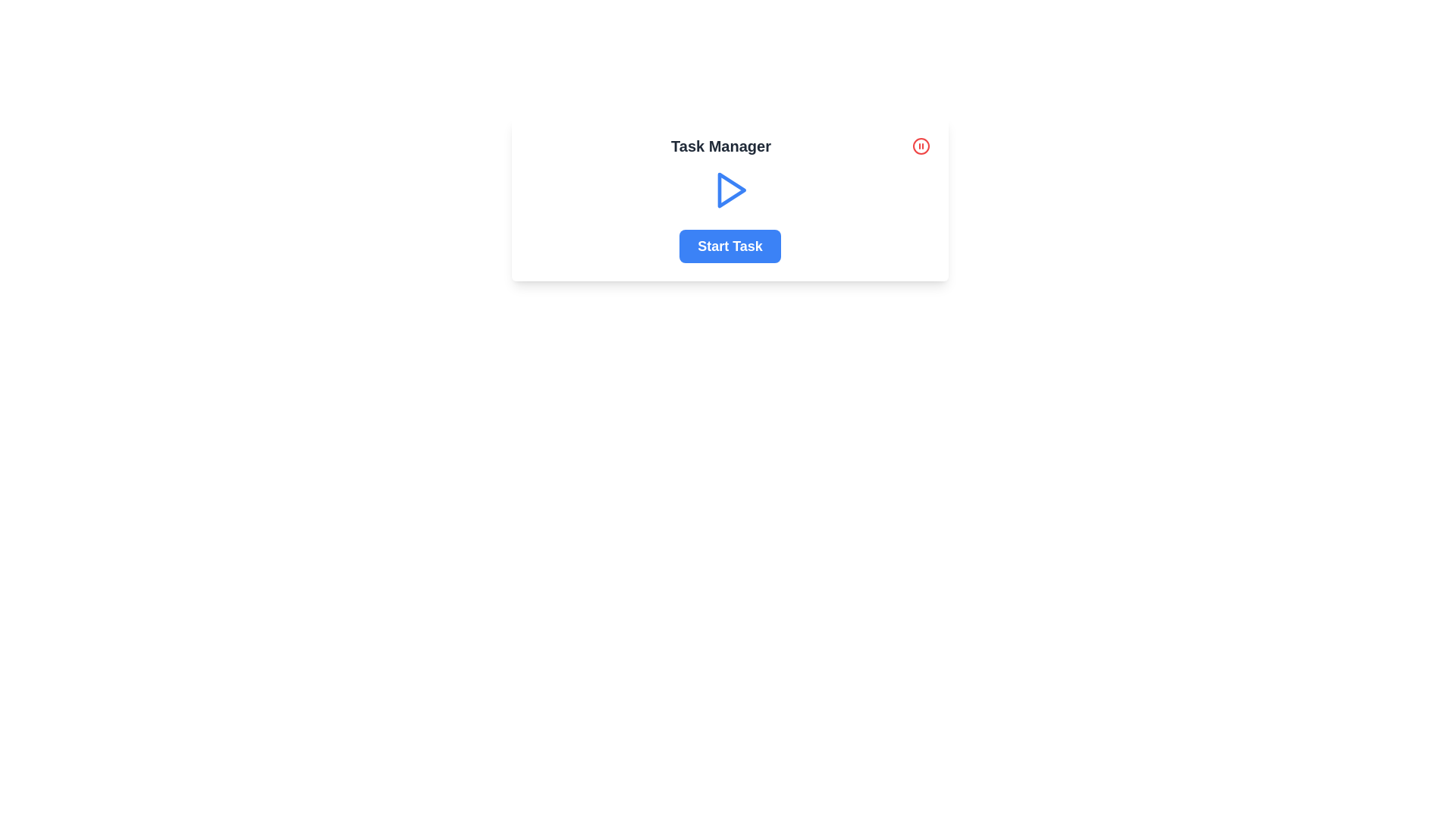 This screenshot has height=819, width=1456. What do you see at coordinates (730, 189) in the screenshot?
I see `the play icon located below the 'Task Manager' title and above the 'Start Task' button` at bounding box center [730, 189].